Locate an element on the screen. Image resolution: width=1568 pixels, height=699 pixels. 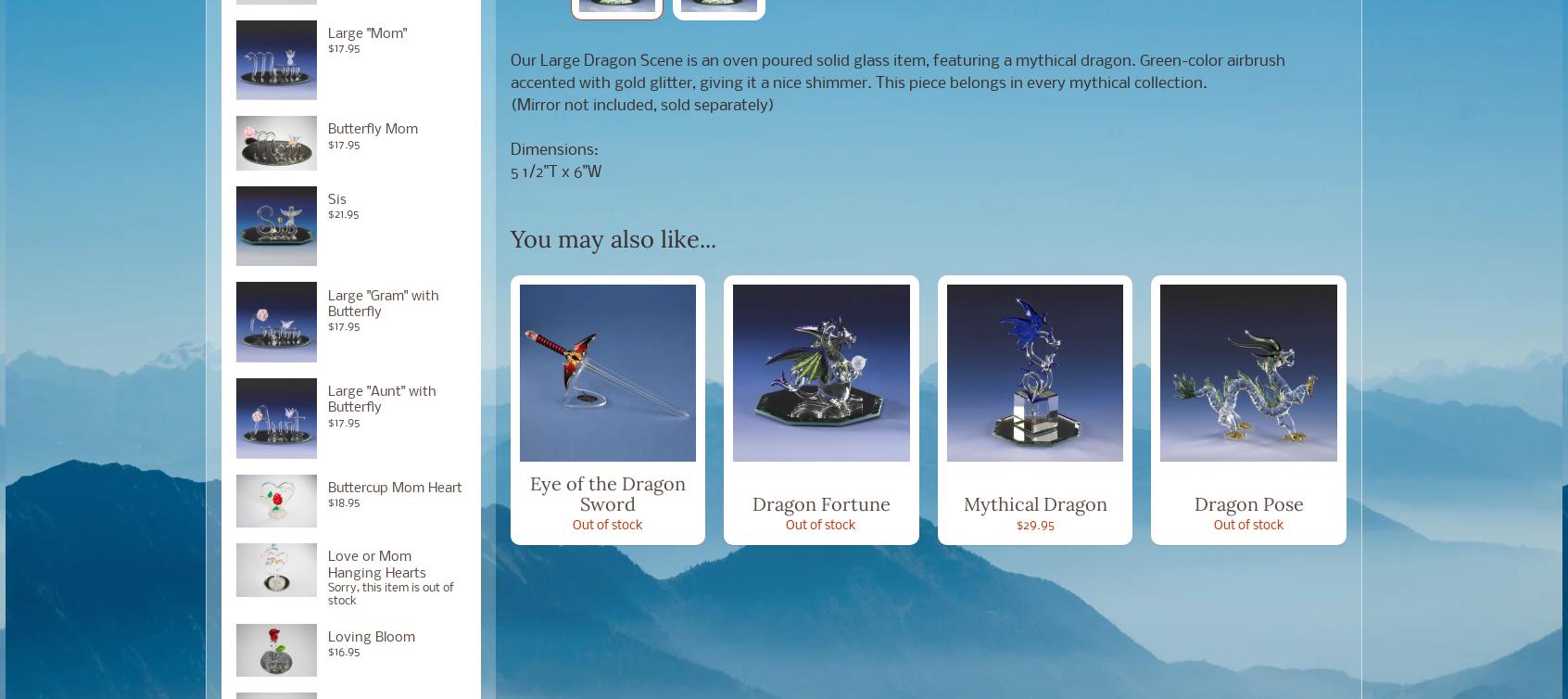
'$29.95' is located at coordinates (1034, 525).